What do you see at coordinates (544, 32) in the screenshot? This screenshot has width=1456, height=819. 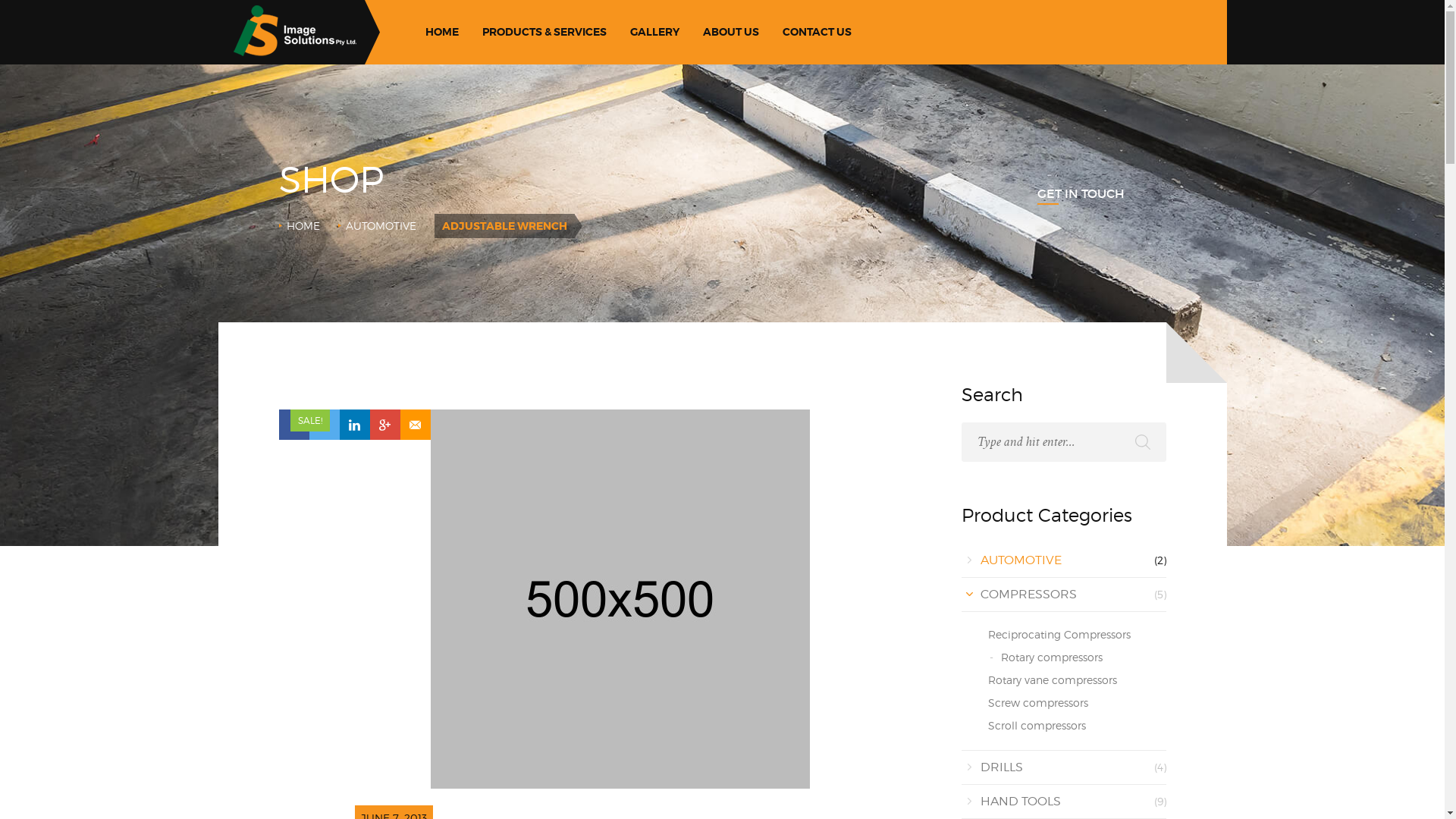 I see `'PRODUCTS & SERVICES'` at bounding box center [544, 32].